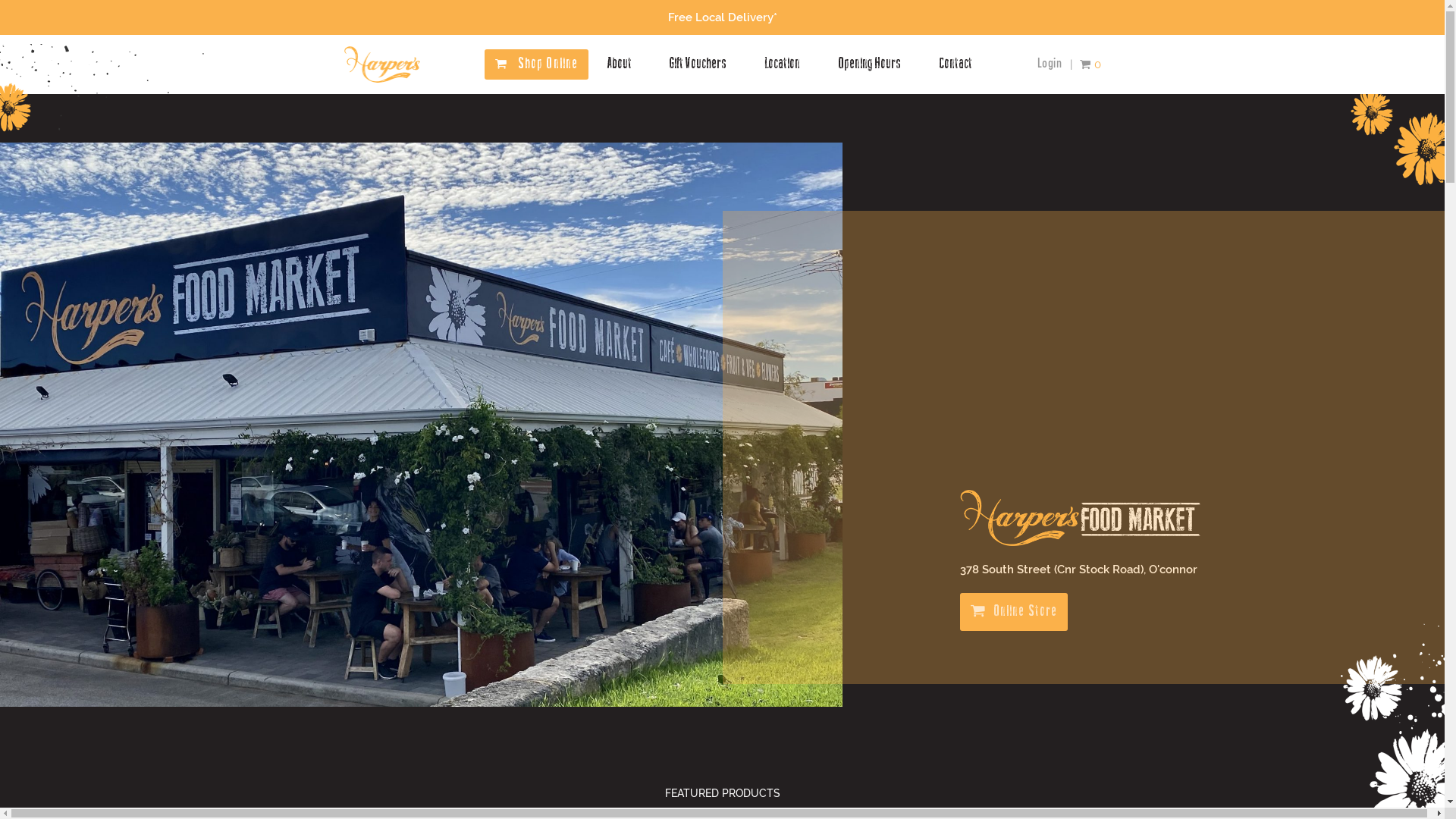 Image resolution: width=1456 pixels, height=819 pixels. I want to click on 'Gift Vouchers', so click(697, 63).